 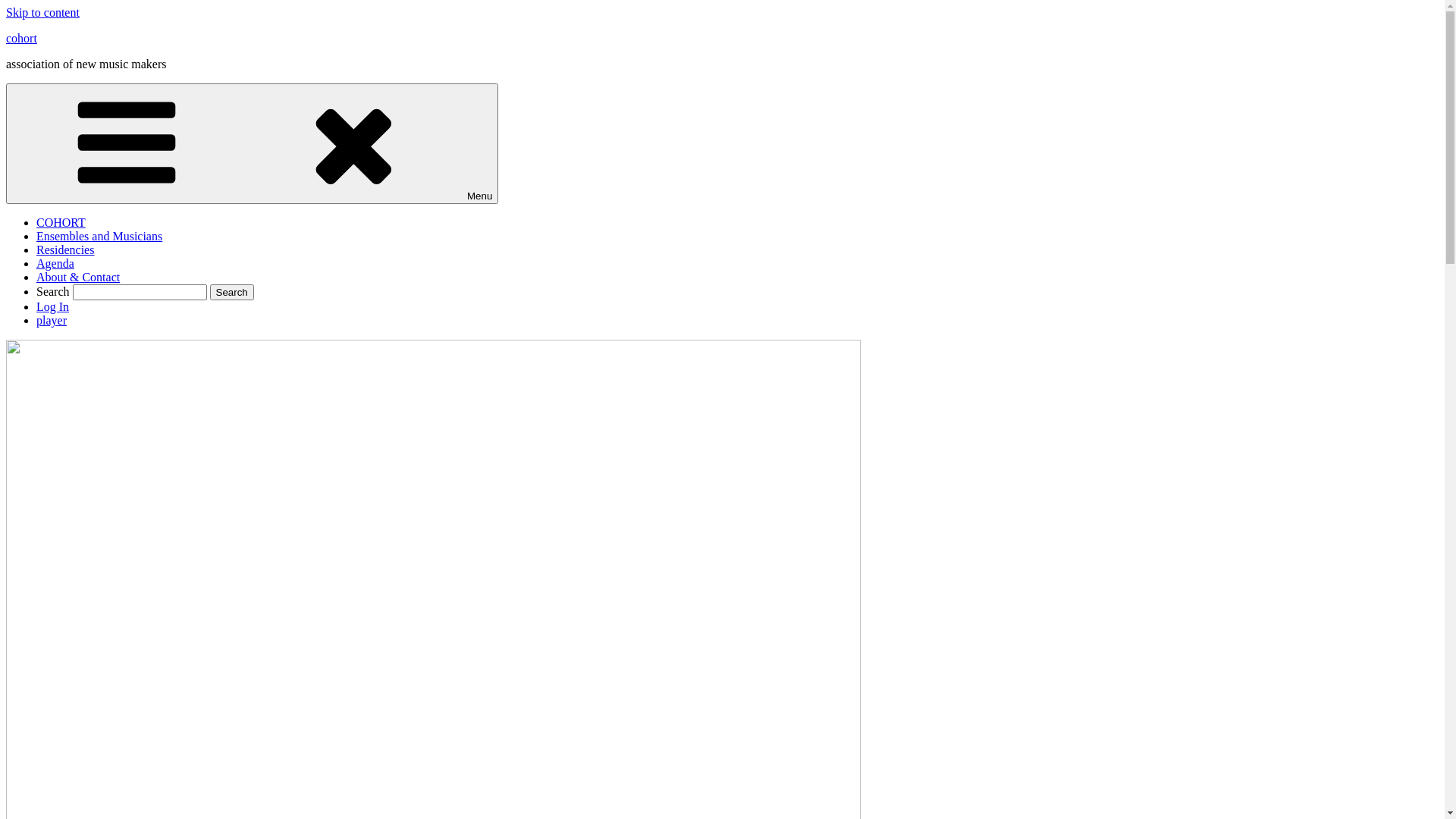 What do you see at coordinates (209, 292) in the screenshot?
I see `'Search'` at bounding box center [209, 292].